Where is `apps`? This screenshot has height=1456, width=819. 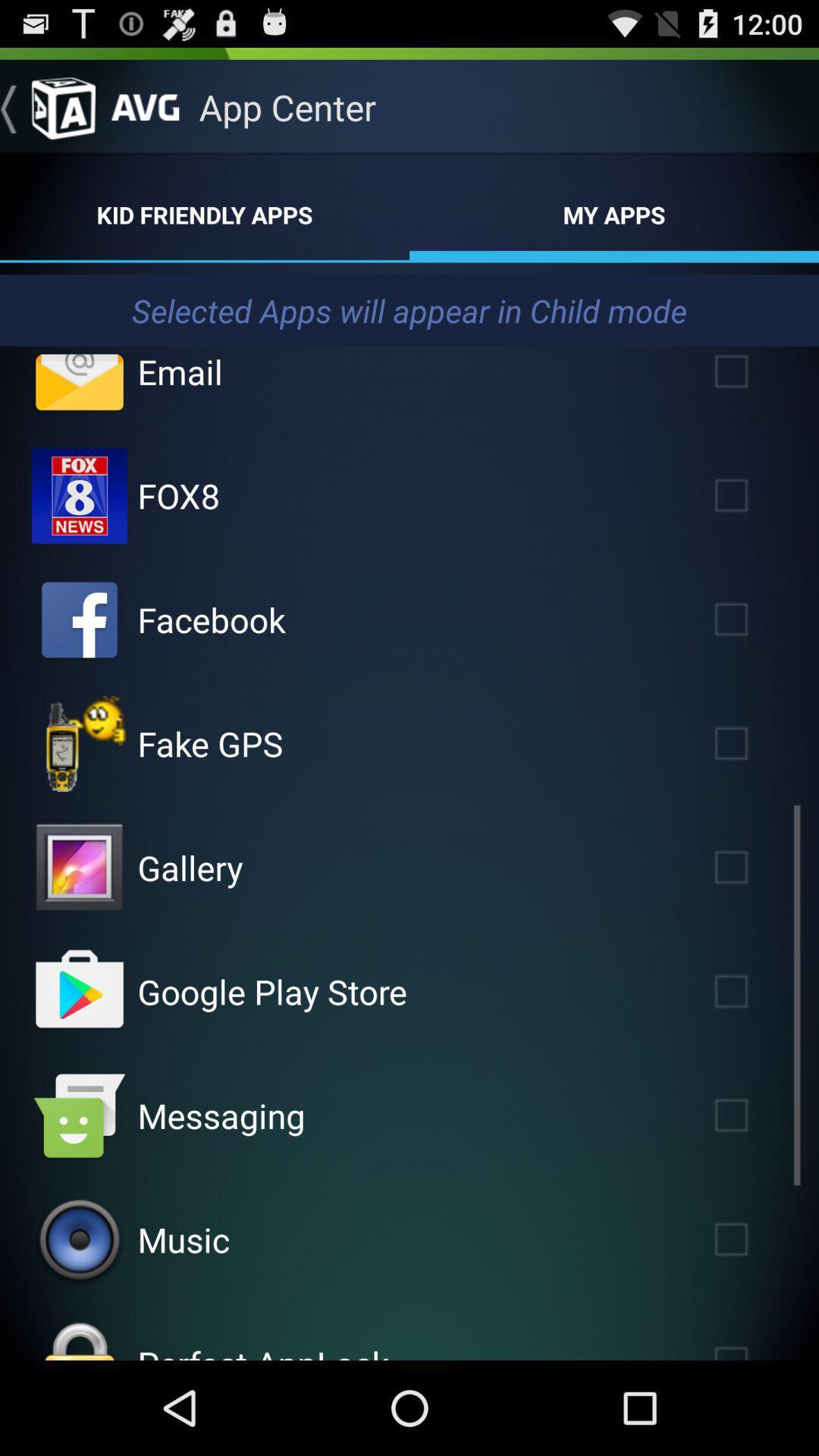 apps is located at coordinates (753, 378).